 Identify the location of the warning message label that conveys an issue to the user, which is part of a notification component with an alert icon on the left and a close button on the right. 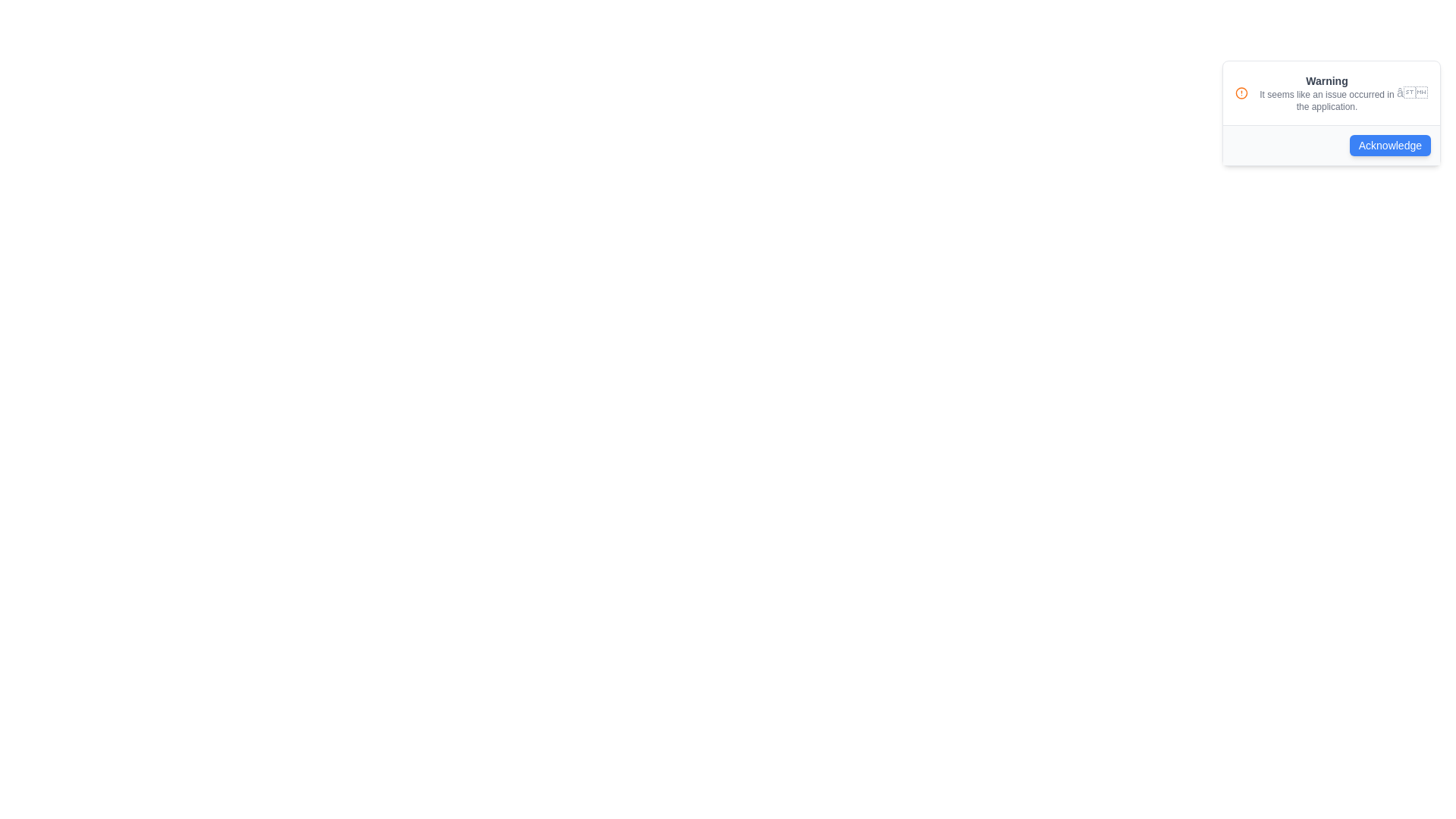
(1326, 93).